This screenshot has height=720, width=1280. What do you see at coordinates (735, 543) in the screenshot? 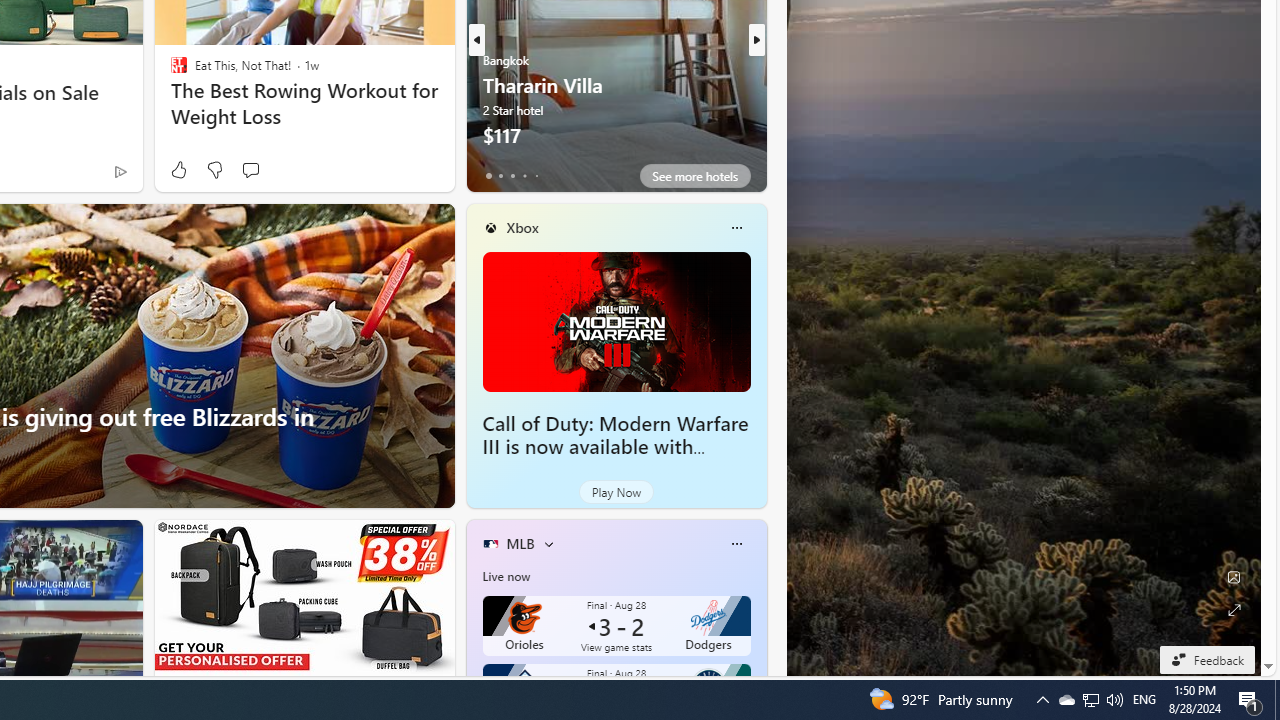
I see `'Class: icon-img'` at bounding box center [735, 543].